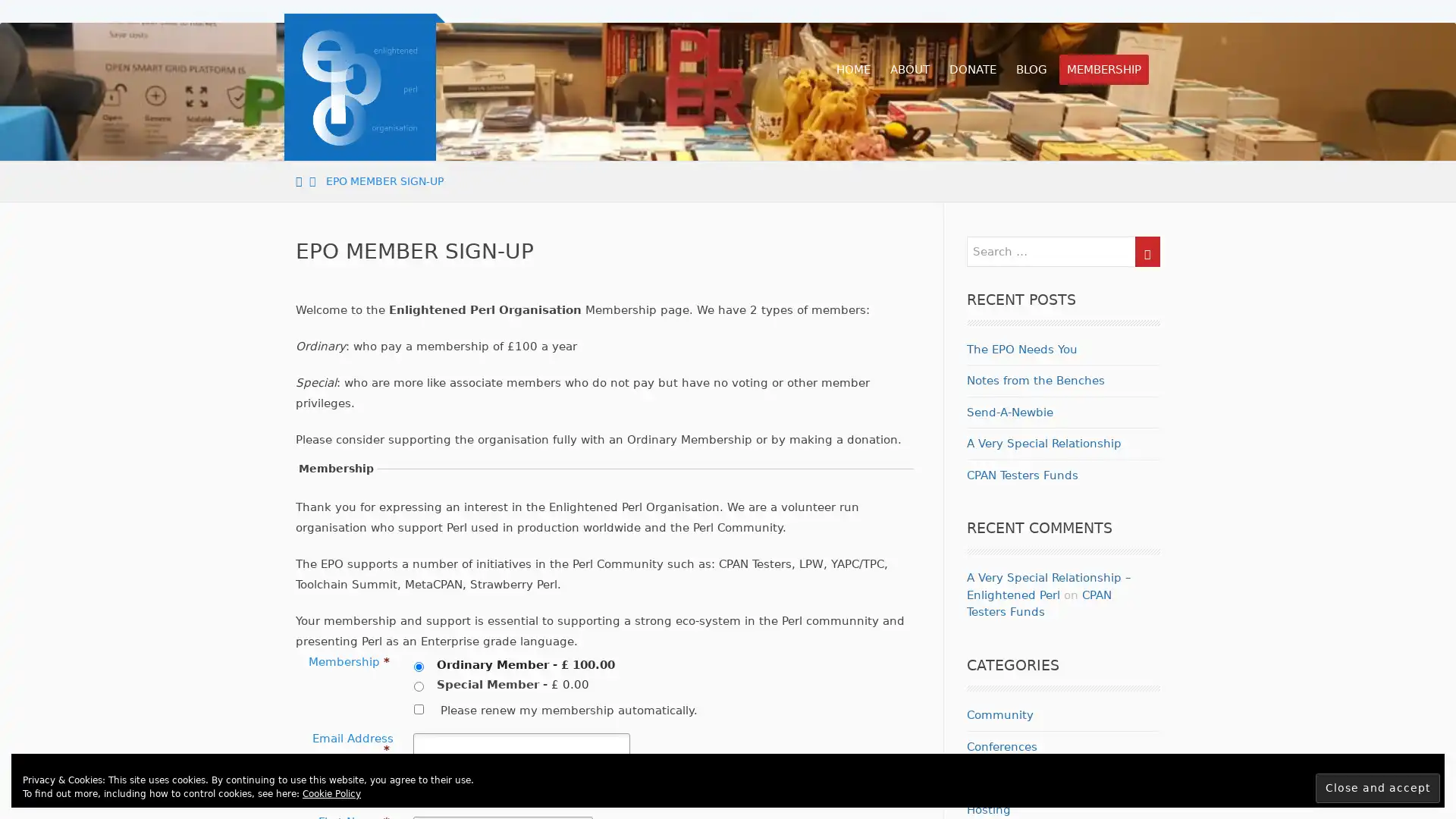 The image size is (1456, 819). I want to click on Close and accept, so click(1378, 787).